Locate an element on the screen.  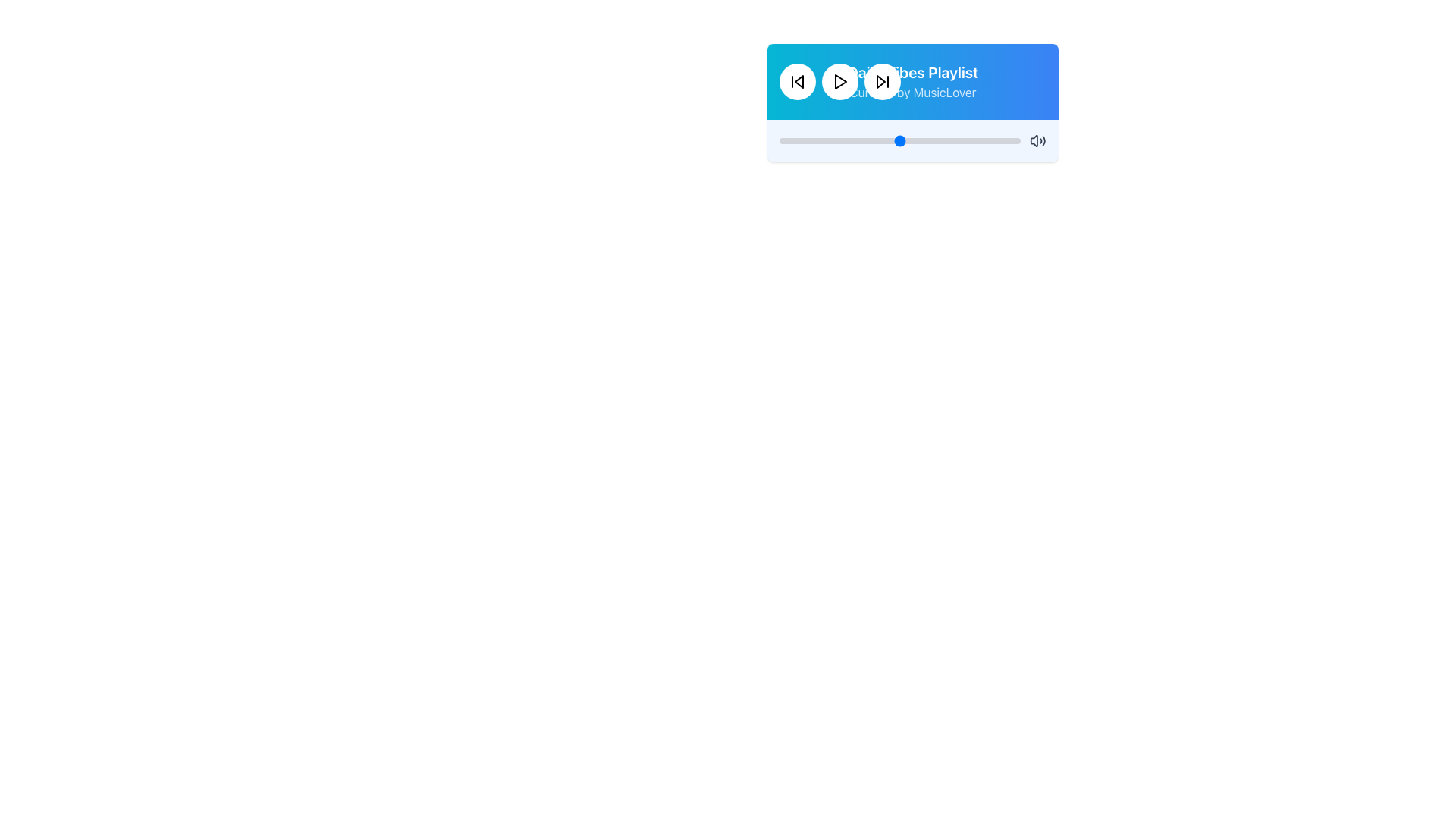
the circular skip-forward button with a white background and black outline, located on the far right side of a row of buttons is located at coordinates (882, 82).